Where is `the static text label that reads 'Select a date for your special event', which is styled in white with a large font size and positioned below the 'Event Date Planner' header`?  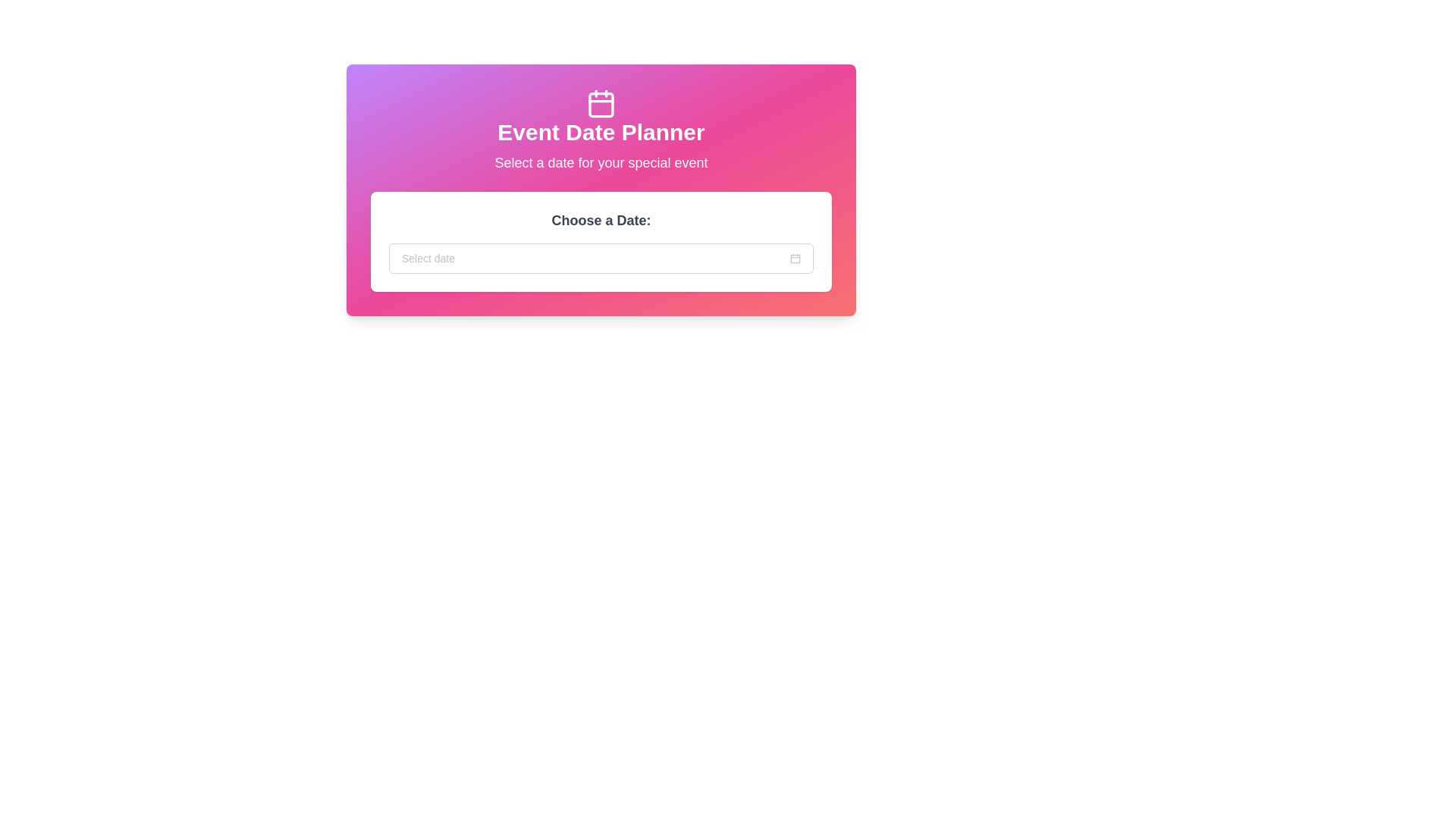
the static text label that reads 'Select a date for your special event', which is styled in white with a large font size and positioned below the 'Event Date Planner' header is located at coordinates (600, 163).